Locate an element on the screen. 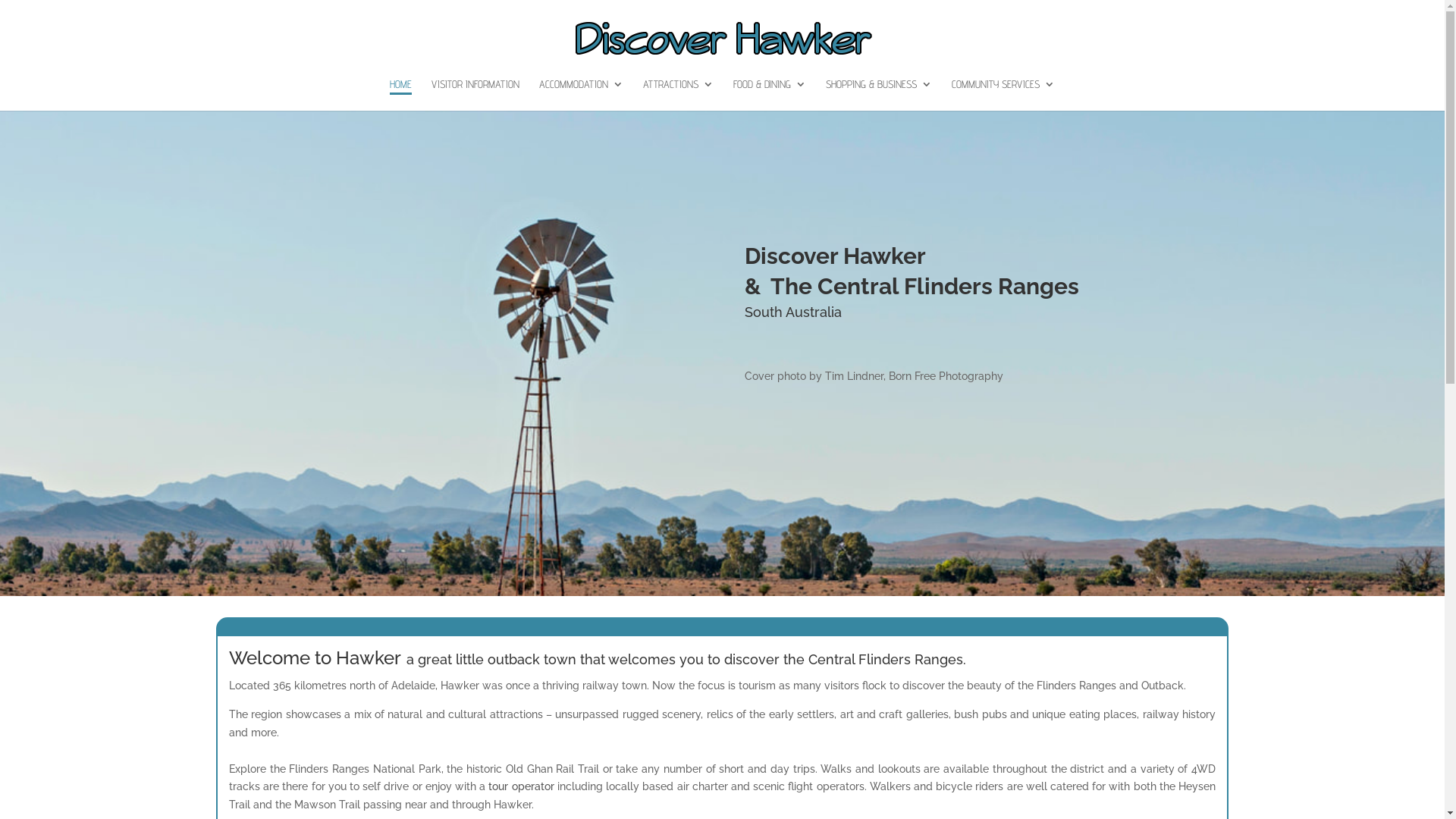 Image resolution: width=1456 pixels, height=819 pixels. 'COMMUNITY SERVICES' is located at coordinates (950, 94).